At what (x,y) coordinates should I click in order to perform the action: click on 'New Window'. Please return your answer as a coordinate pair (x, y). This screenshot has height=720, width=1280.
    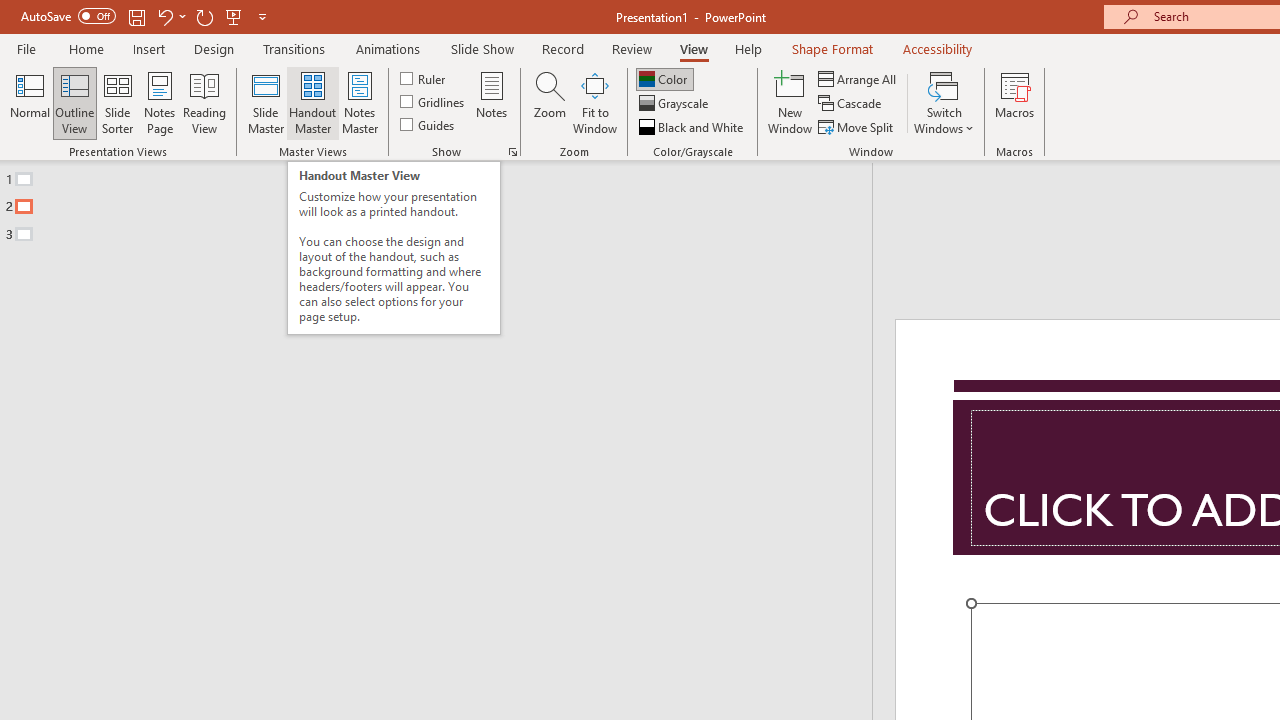
    Looking at the image, I should click on (789, 103).